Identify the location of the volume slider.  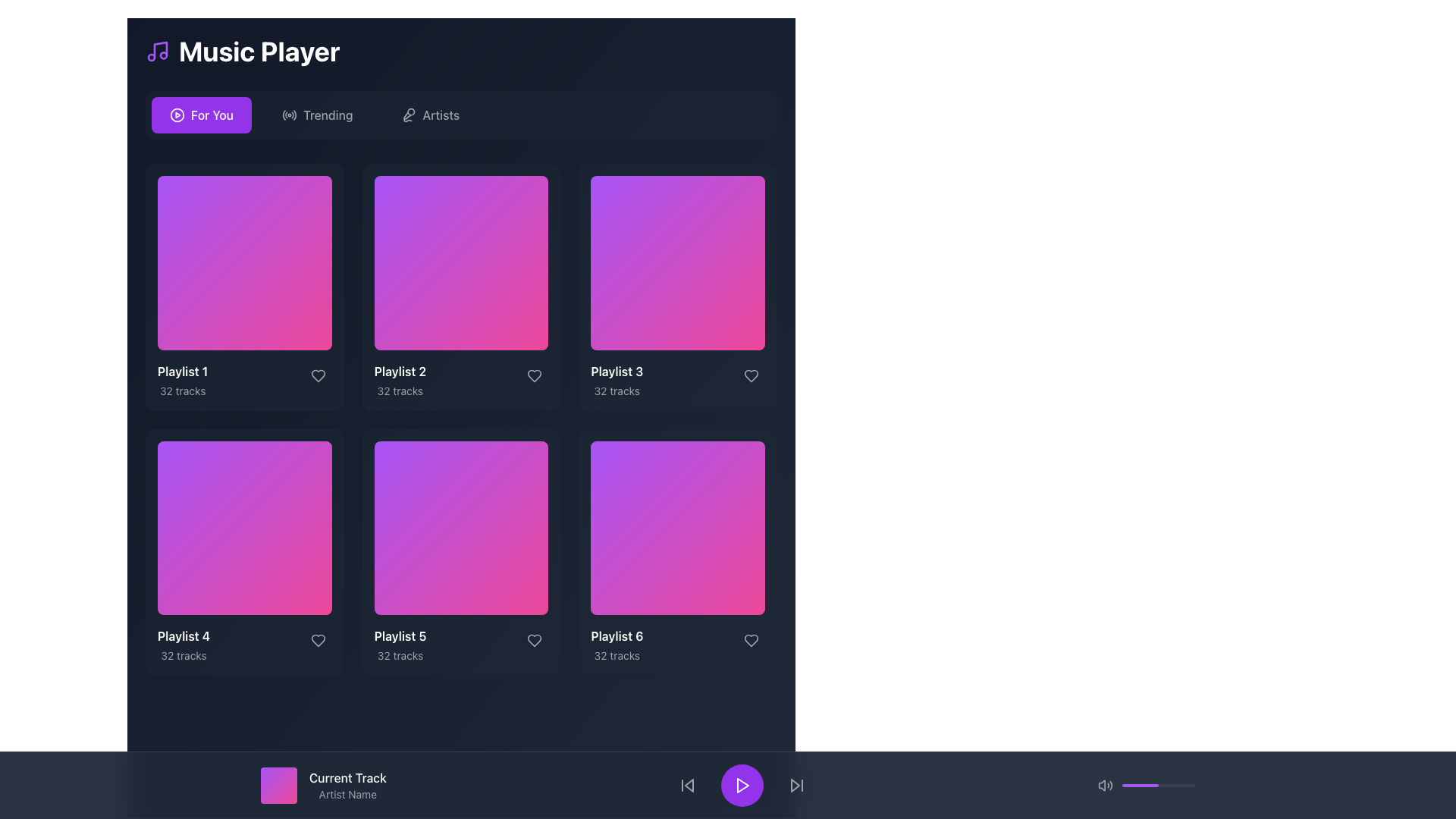
(1166, 785).